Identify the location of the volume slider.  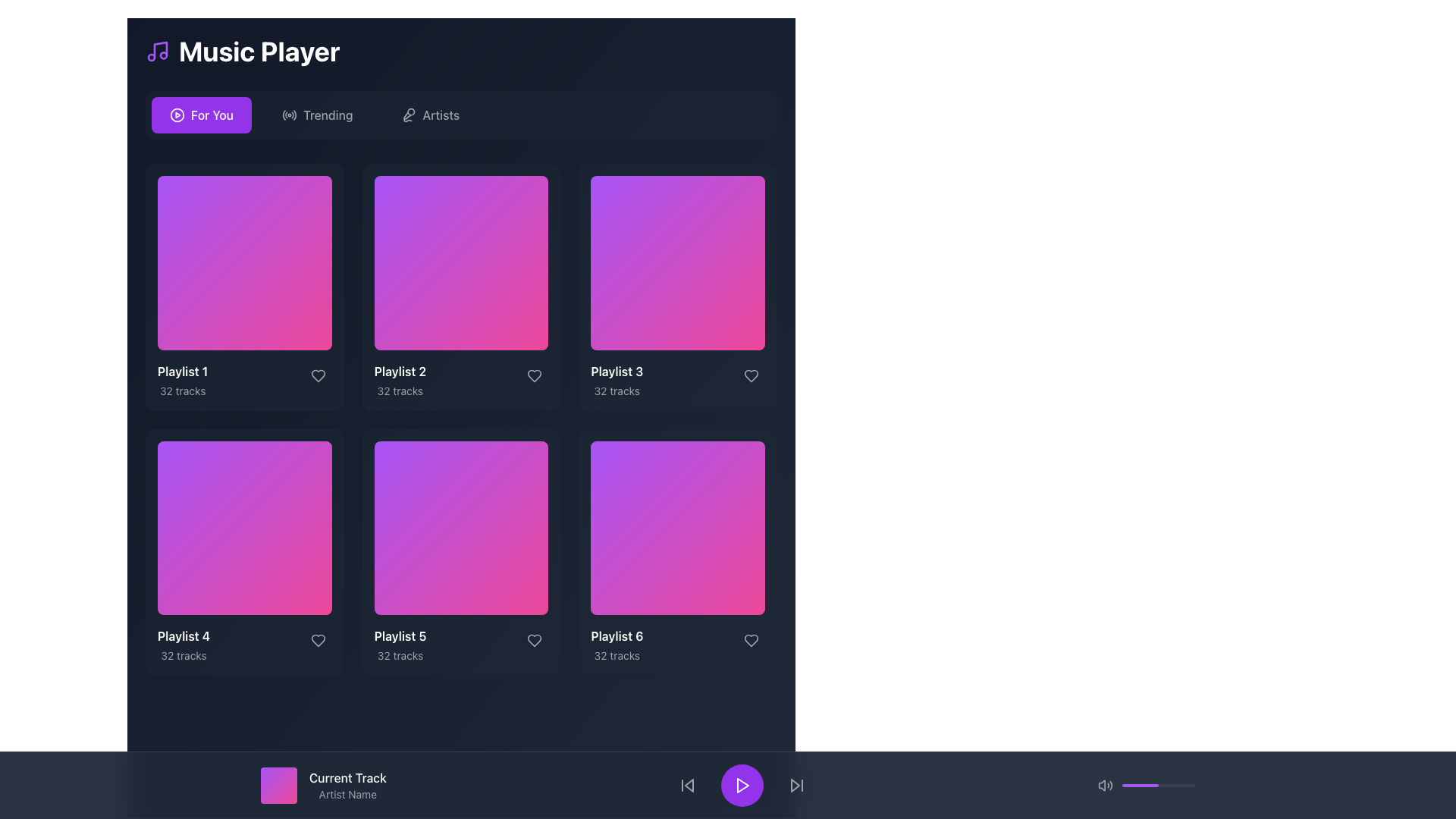
(1166, 785).